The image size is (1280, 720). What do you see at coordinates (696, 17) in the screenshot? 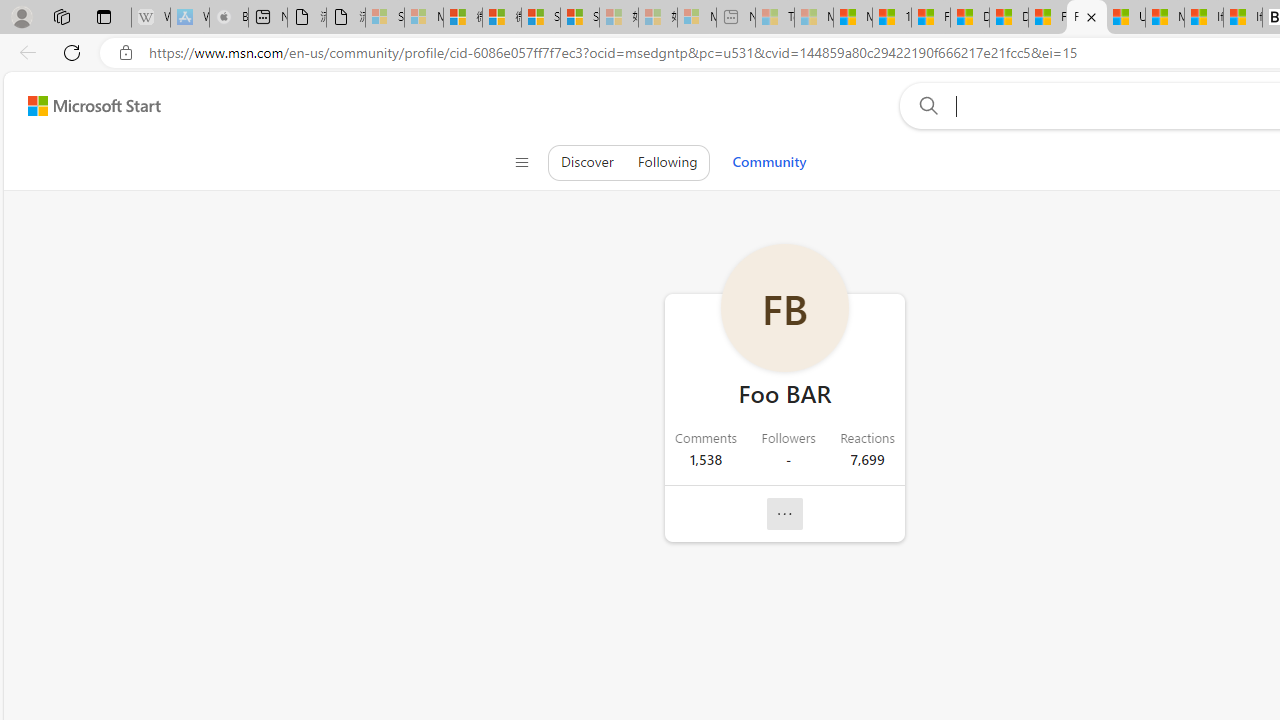
I see `'Microsoft account | Account Checkup - Sleeping'` at bounding box center [696, 17].